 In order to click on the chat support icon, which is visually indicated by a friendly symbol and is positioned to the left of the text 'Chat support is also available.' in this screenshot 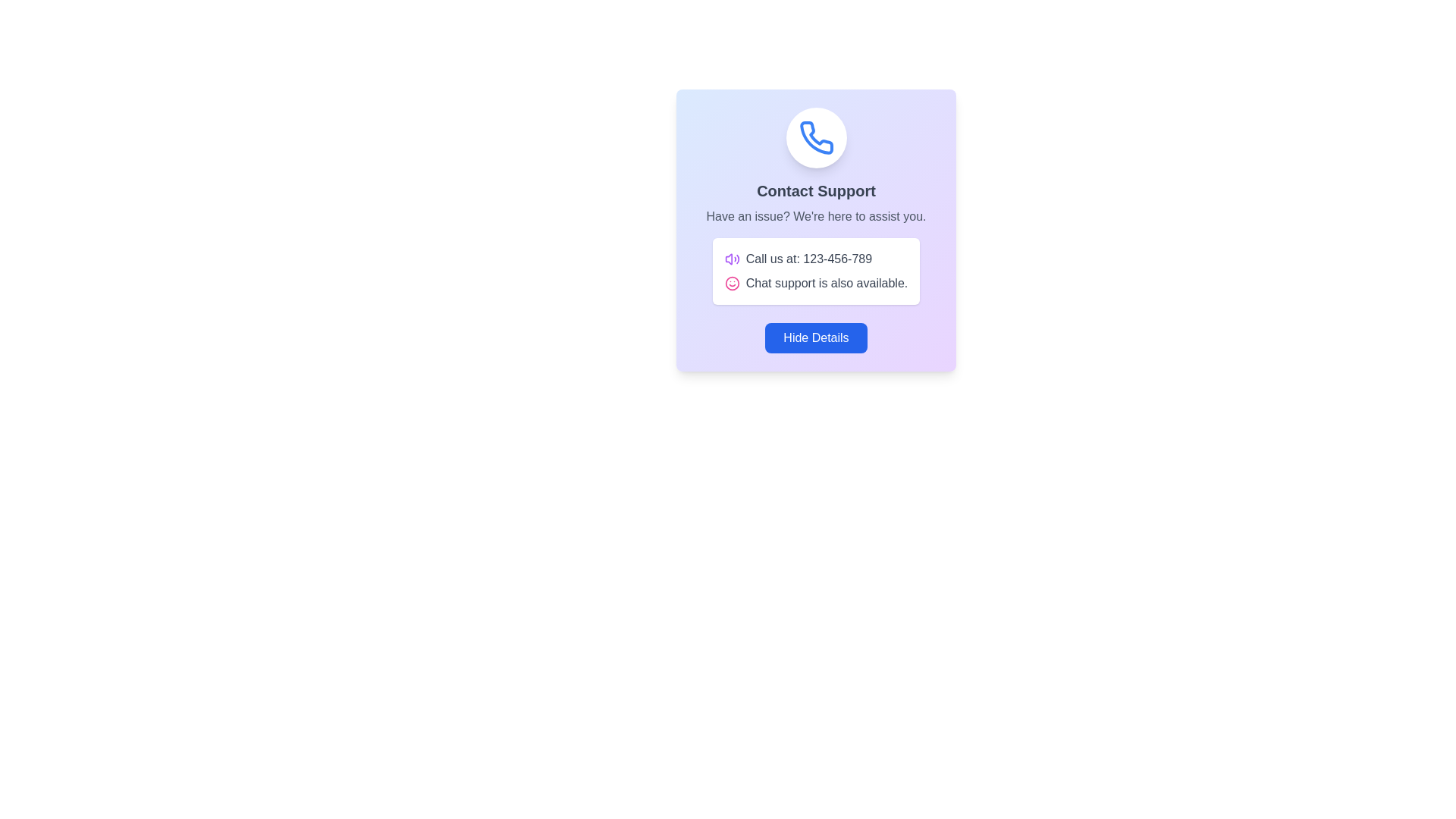, I will do `click(732, 284)`.